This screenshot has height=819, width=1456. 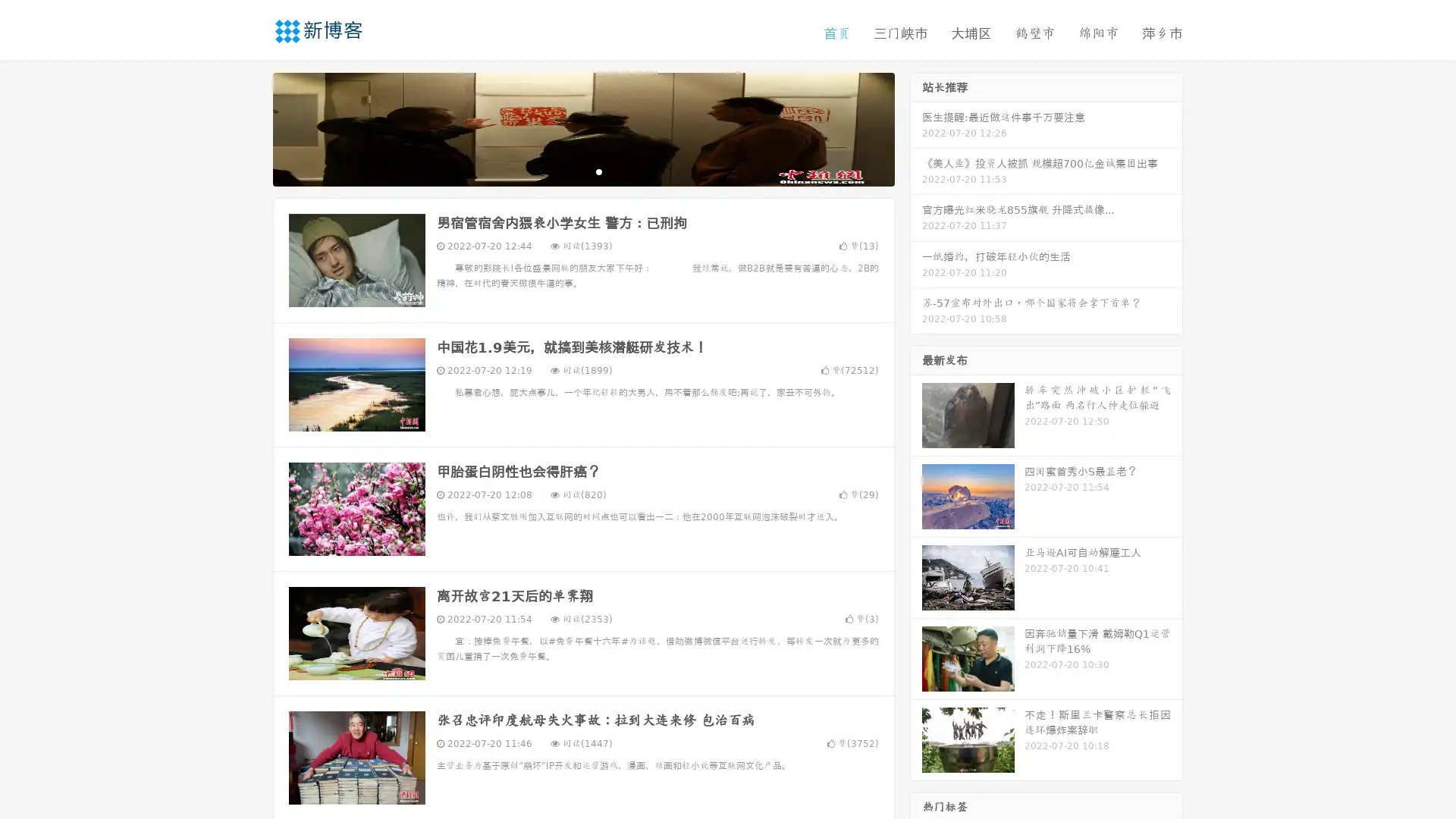 What do you see at coordinates (250, 127) in the screenshot?
I see `Previous slide` at bounding box center [250, 127].